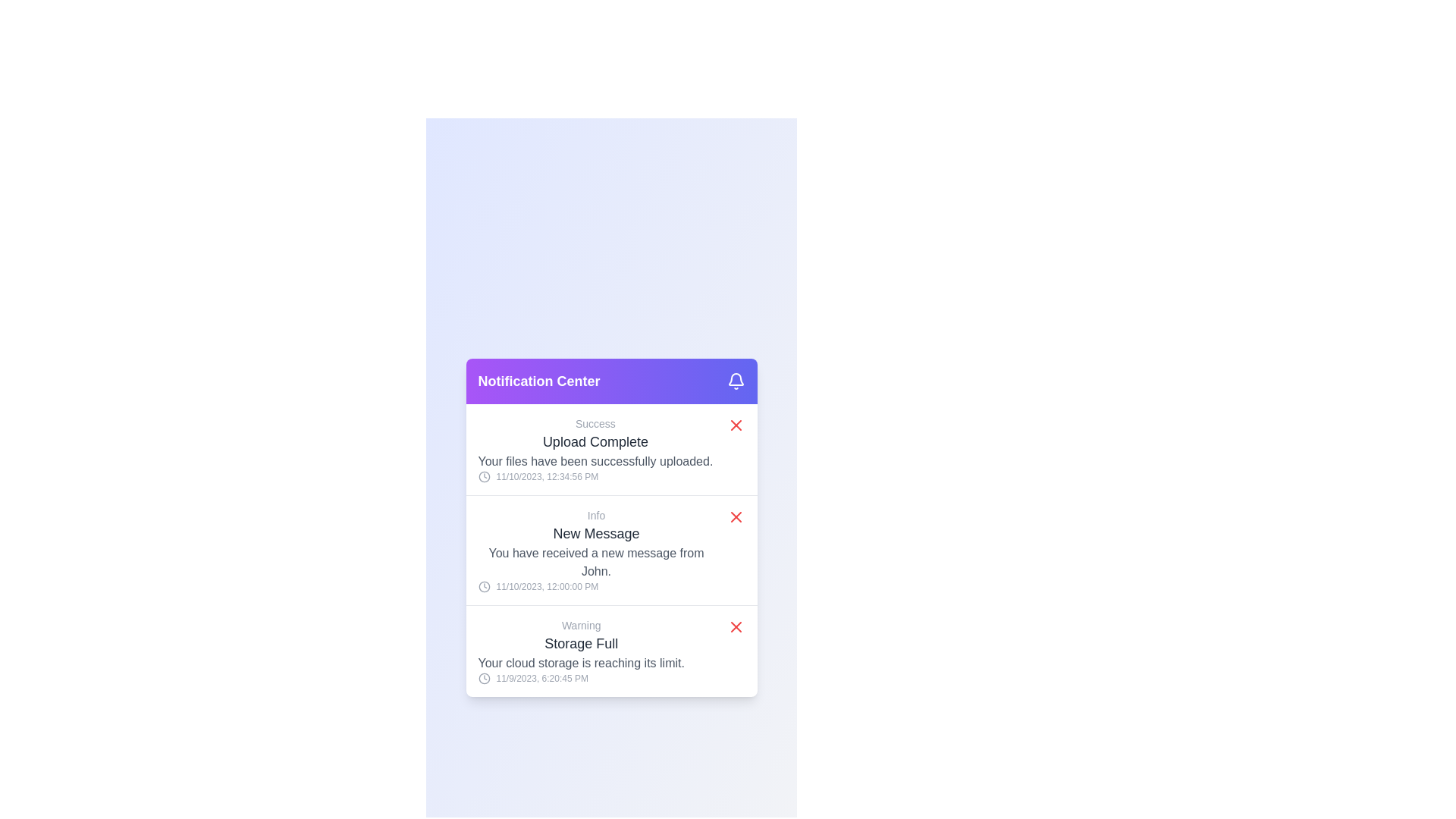 The width and height of the screenshot is (1456, 819). Describe the element at coordinates (580, 626) in the screenshot. I see `the Text label that indicates the type or urgency level of the message in the notification block, located above the title 'Storage Full'` at that location.